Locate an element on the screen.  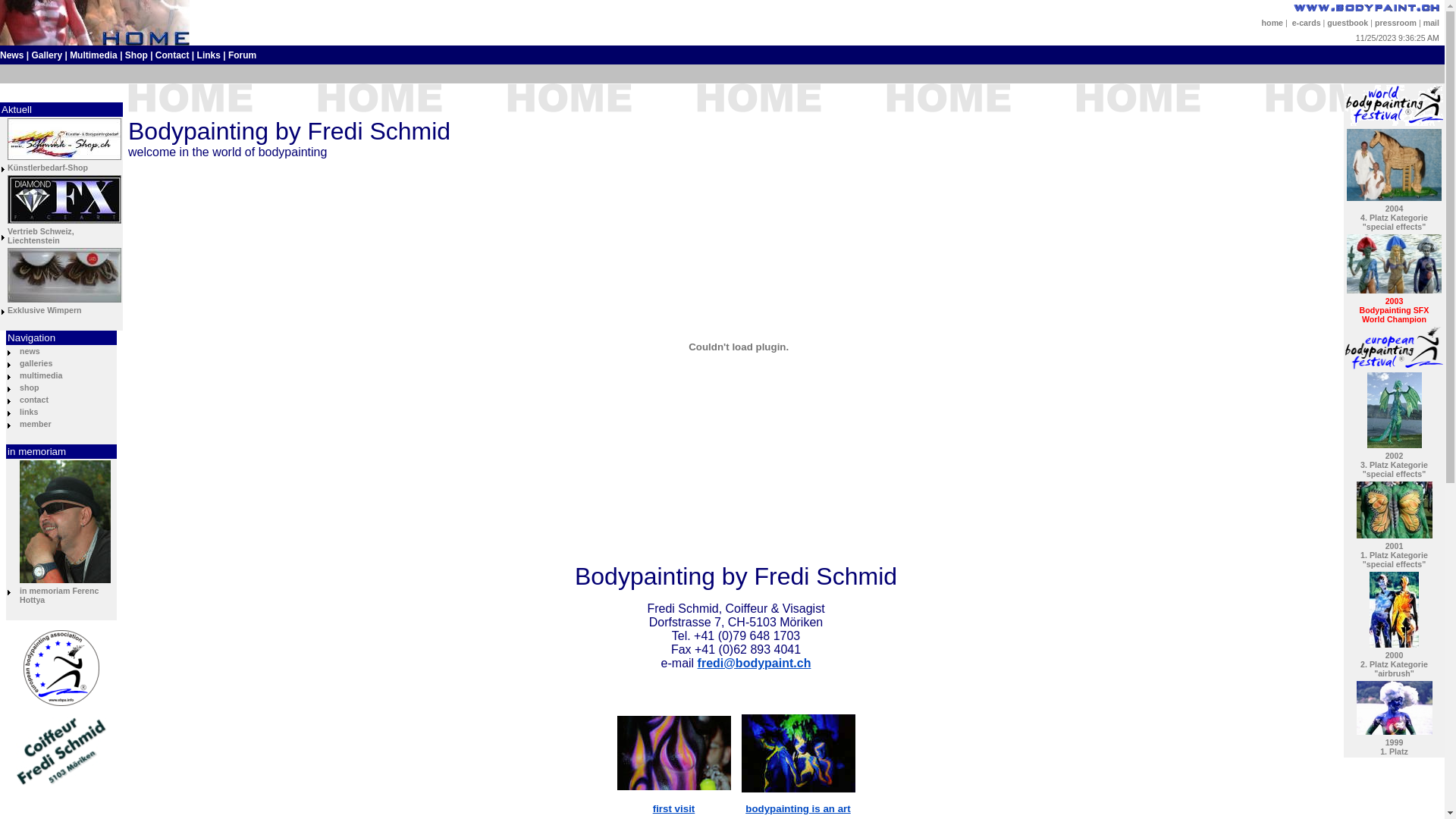
'Exklusive Wimpern' is located at coordinates (44, 309).